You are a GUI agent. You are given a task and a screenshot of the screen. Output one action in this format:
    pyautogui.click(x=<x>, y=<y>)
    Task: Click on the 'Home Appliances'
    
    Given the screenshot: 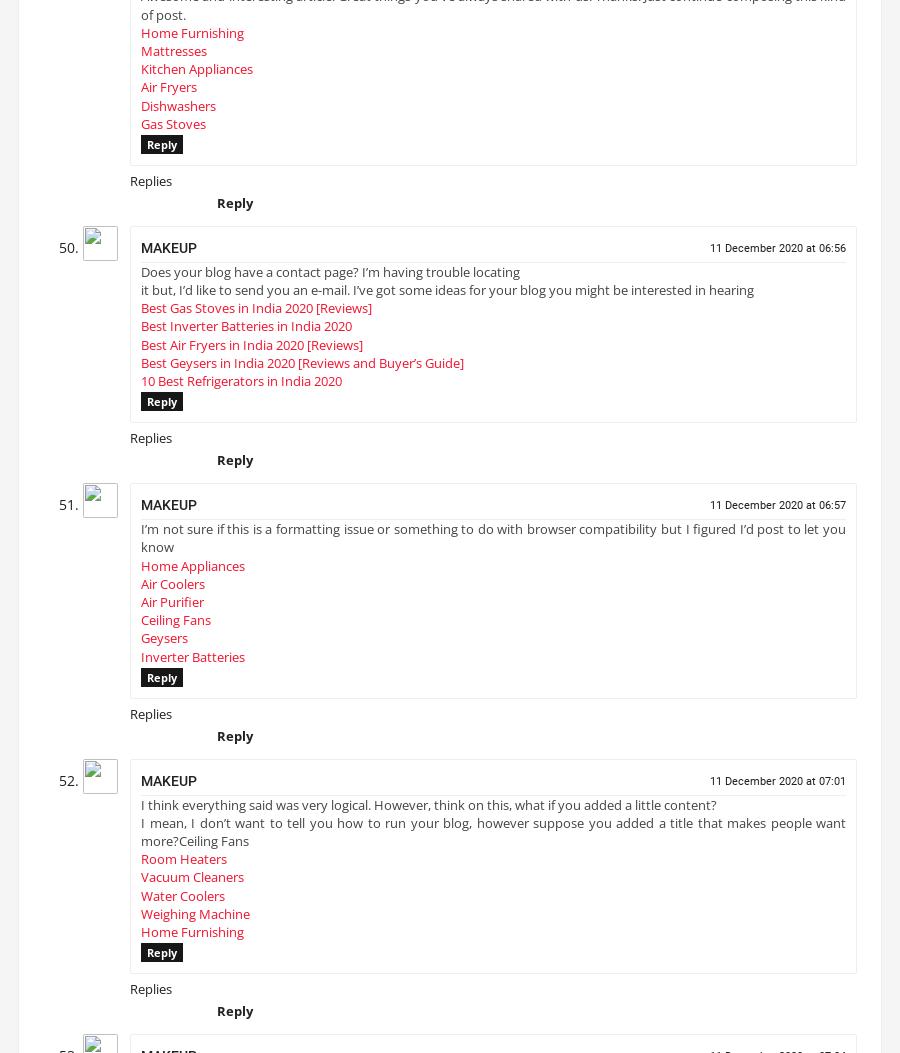 What is the action you would take?
    pyautogui.click(x=192, y=572)
    